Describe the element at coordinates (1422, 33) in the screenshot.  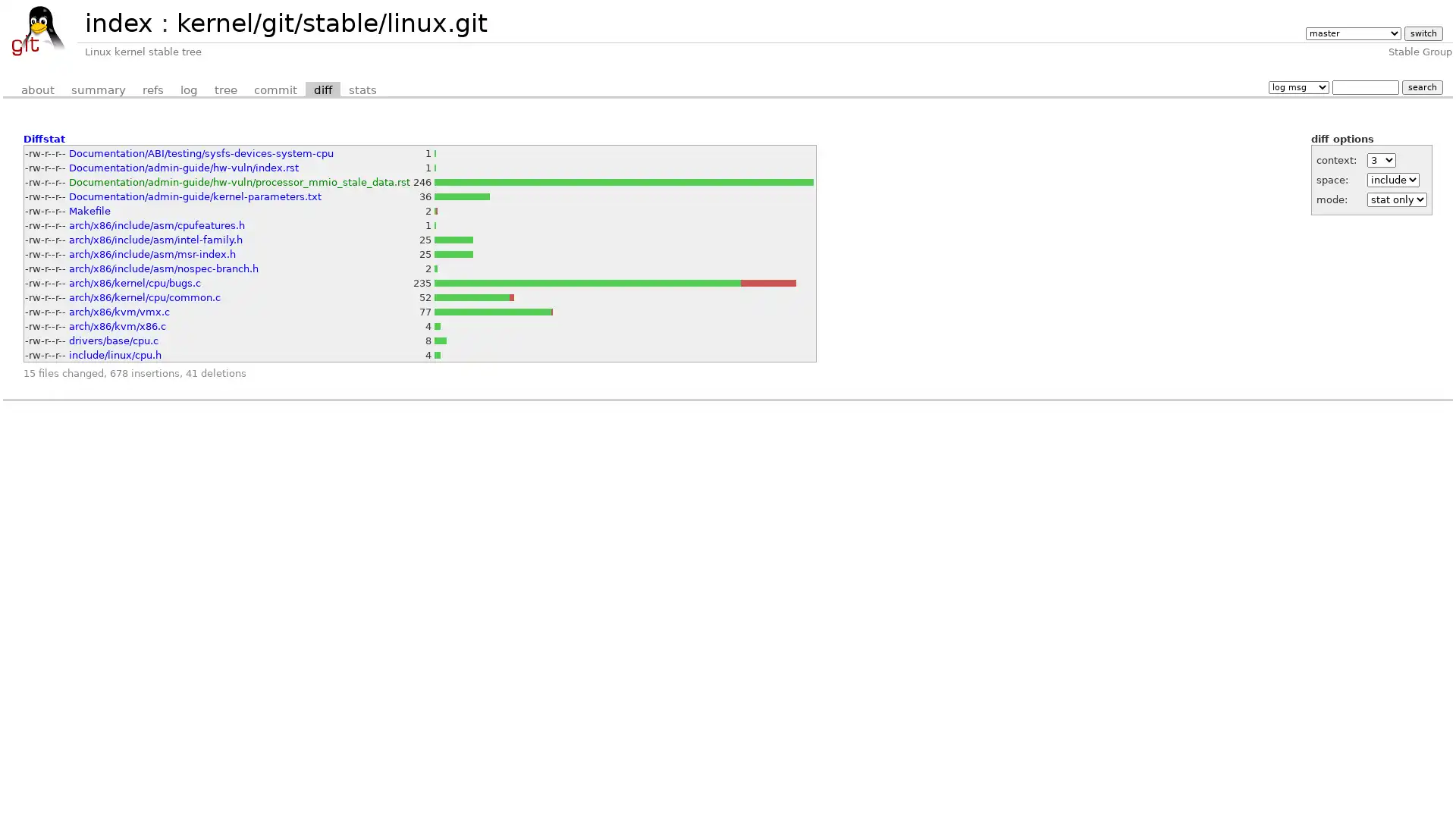
I see `switch` at that location.